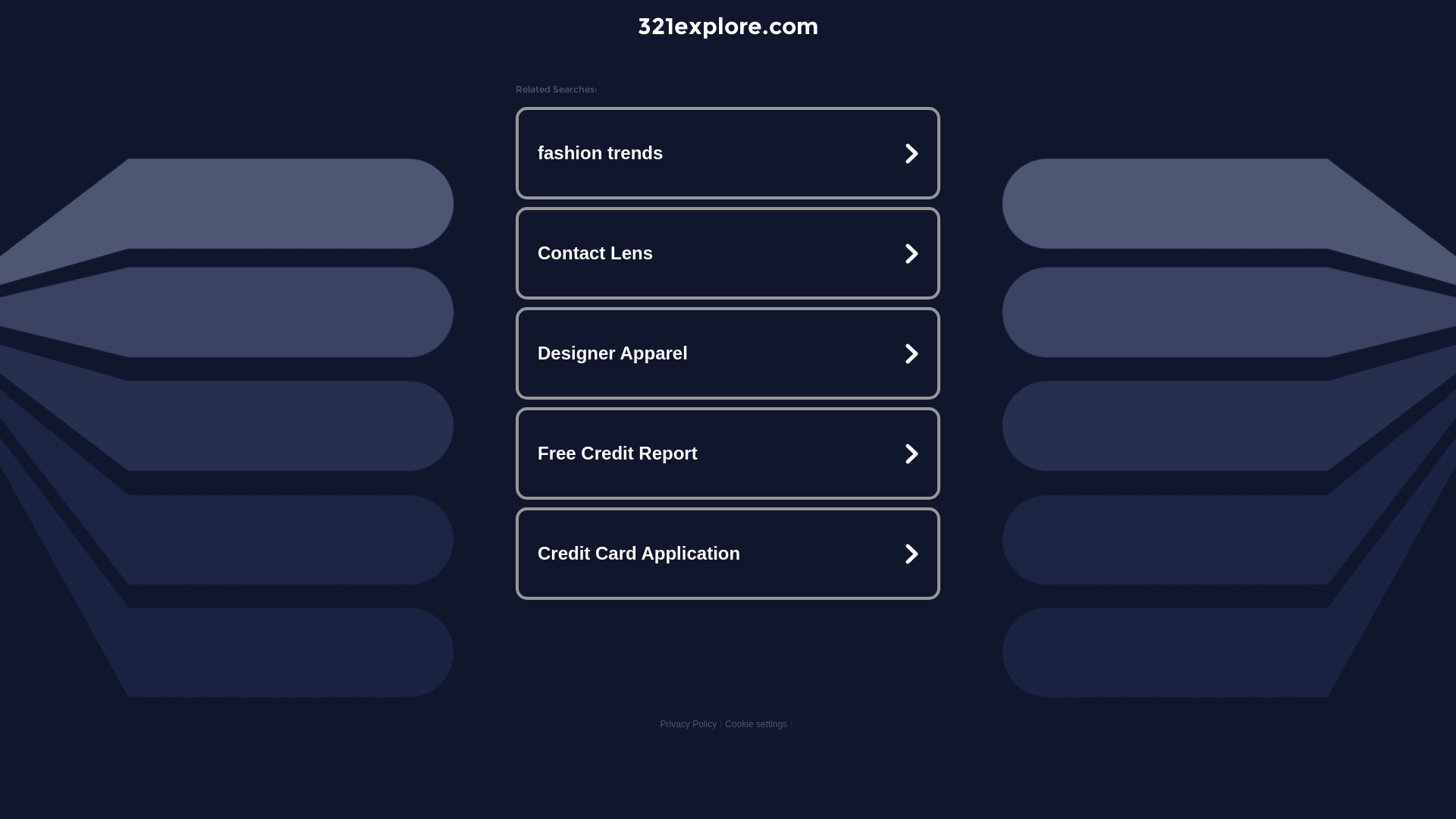  I want to click on 'Cookie settings', so click(723, 723).